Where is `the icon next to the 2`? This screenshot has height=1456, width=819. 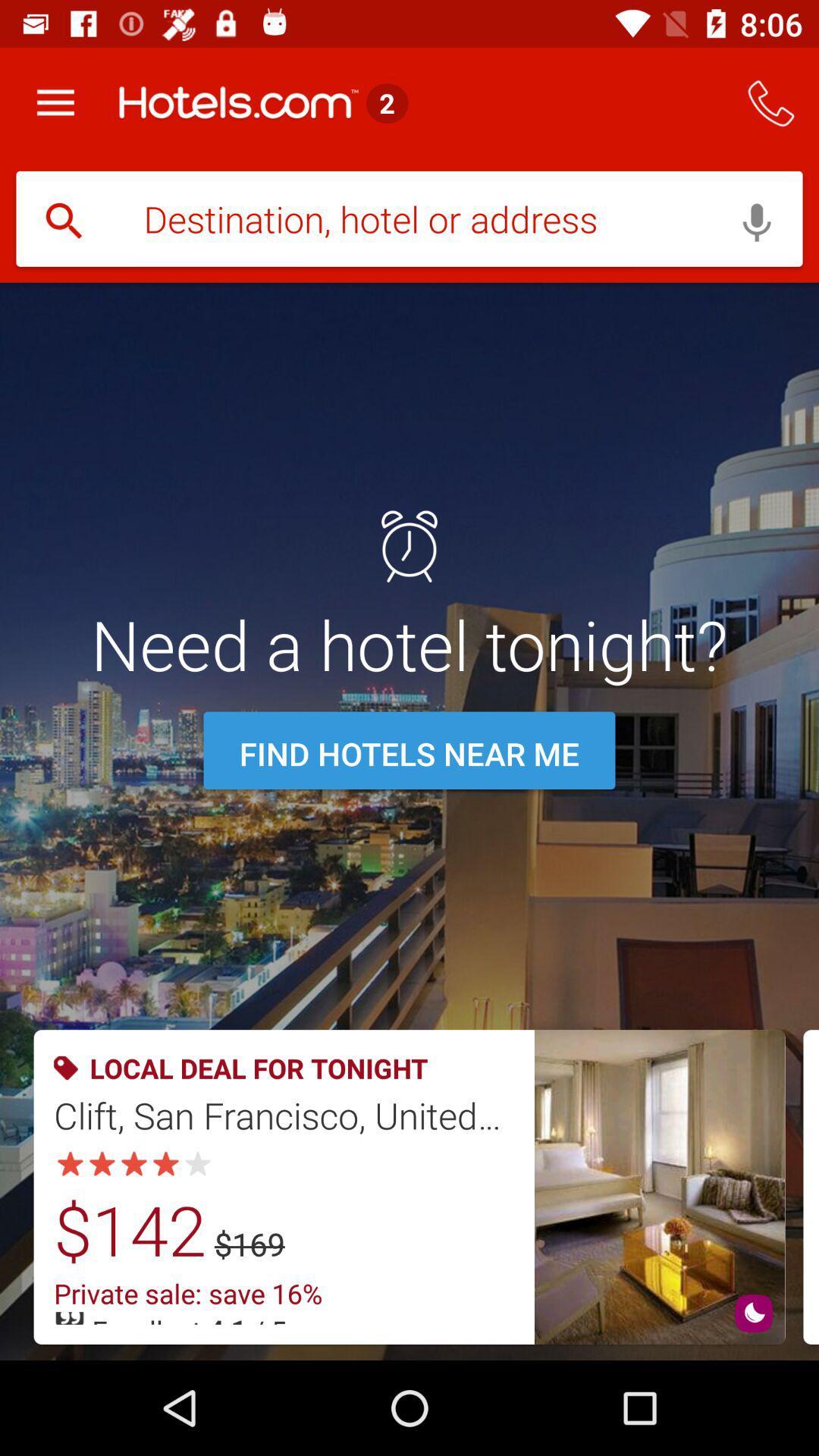
the icon next to the 2 is located at coordinates (771, 102).